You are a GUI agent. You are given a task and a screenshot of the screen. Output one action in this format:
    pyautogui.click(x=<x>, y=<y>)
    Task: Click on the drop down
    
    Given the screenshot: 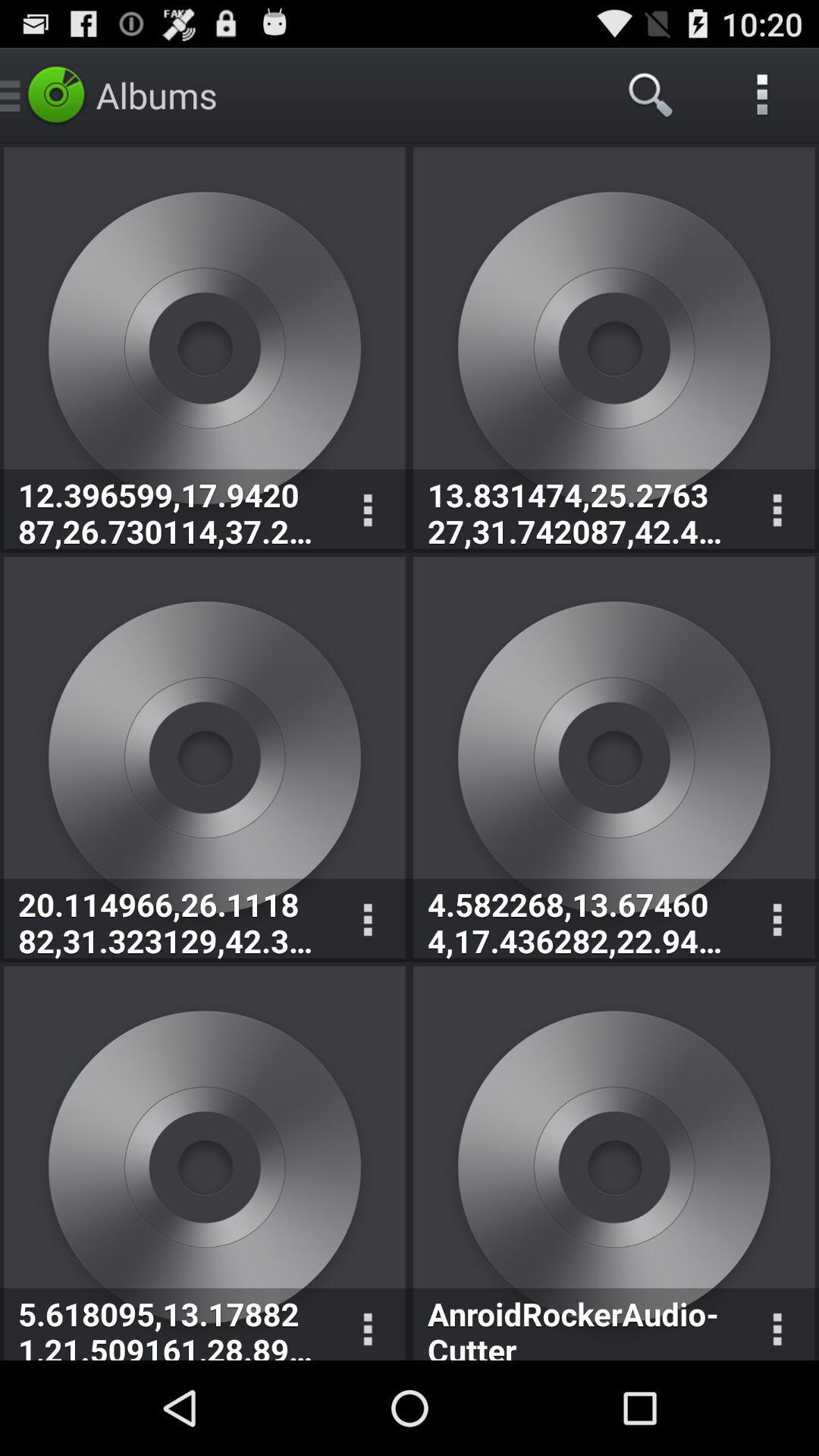 What is the action you would take?
    pyautogui.click(x=777, y=919)
    